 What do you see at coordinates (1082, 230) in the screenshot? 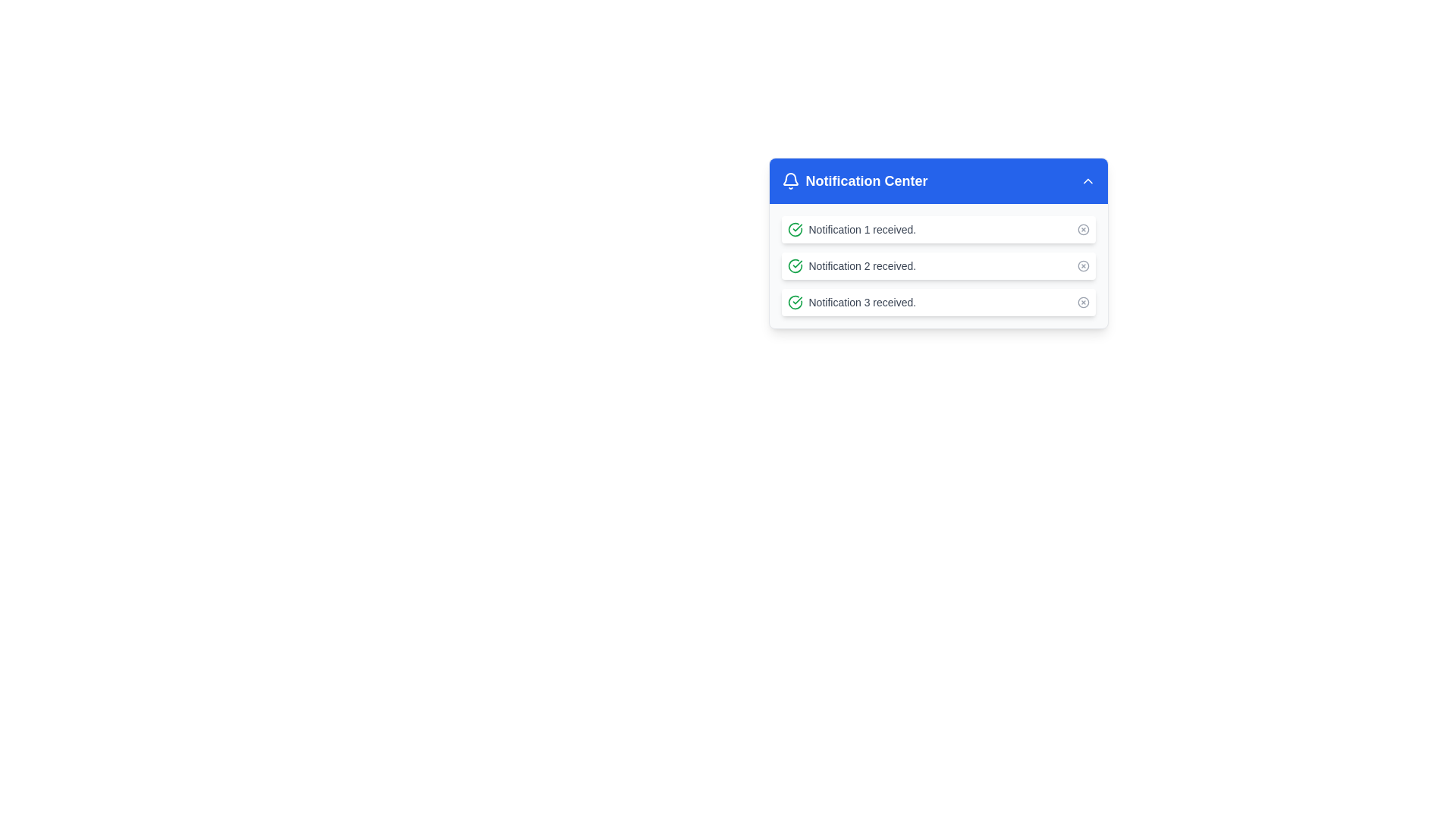
I see `the circular boundary of the close or remove icon located at the far right of 'Notification 1 received' in the notification center` at bounding box center [1082, 230].